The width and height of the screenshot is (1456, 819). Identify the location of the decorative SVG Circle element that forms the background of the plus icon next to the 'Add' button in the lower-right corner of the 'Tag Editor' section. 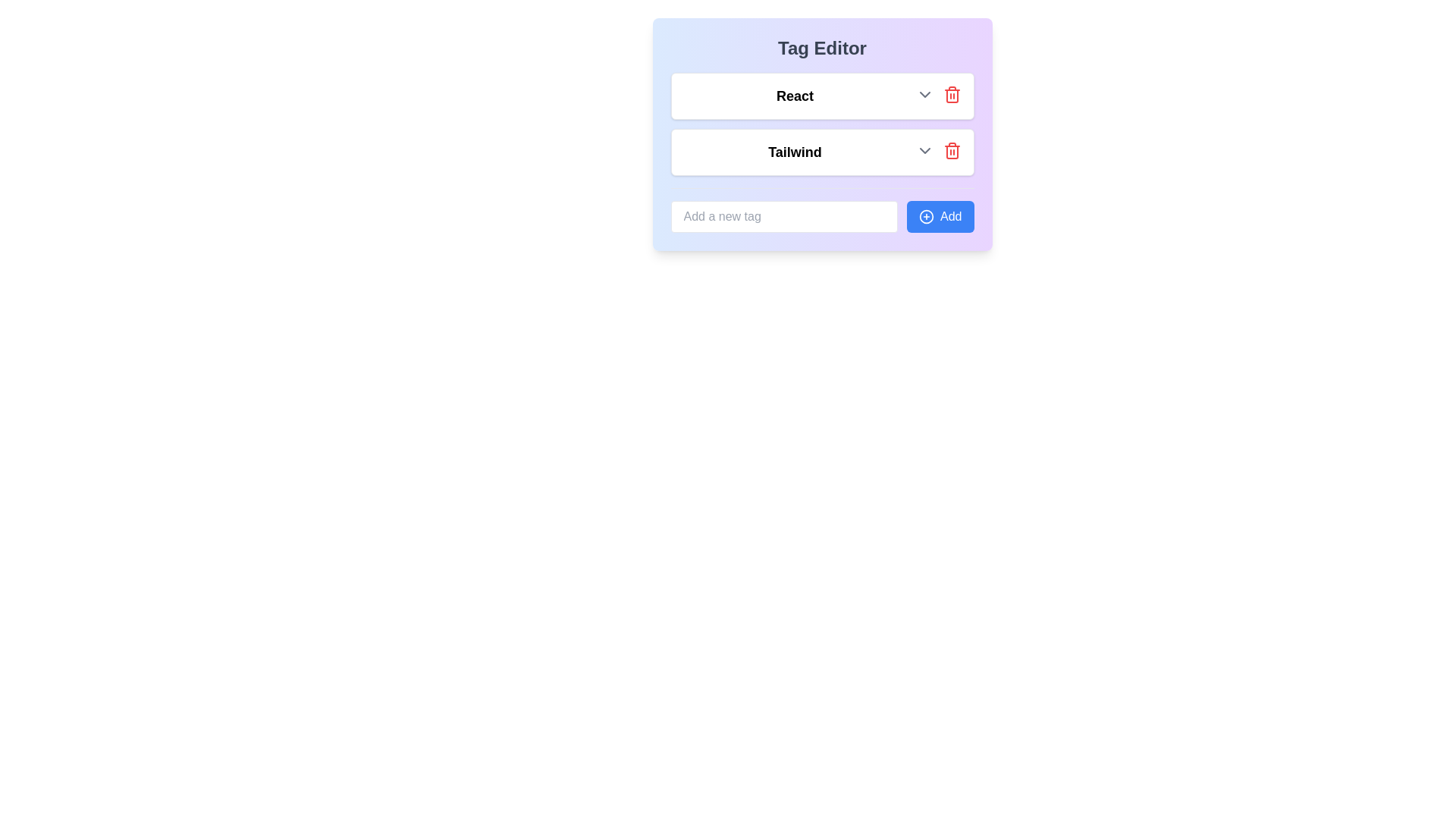
(926, 216).